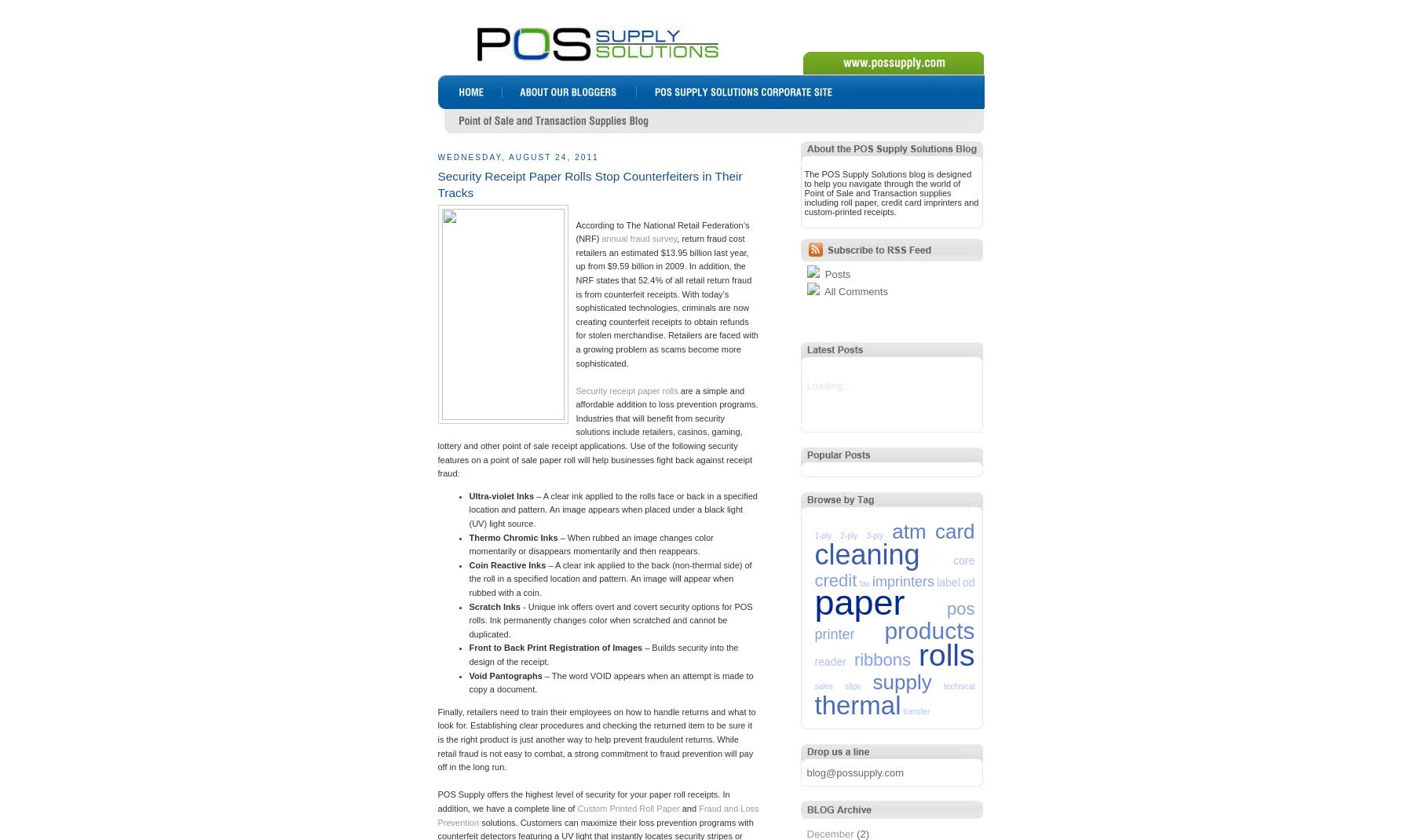 The width and height of the screenshot is (1422, 840). I want to click on 'od', so click(961, 580).